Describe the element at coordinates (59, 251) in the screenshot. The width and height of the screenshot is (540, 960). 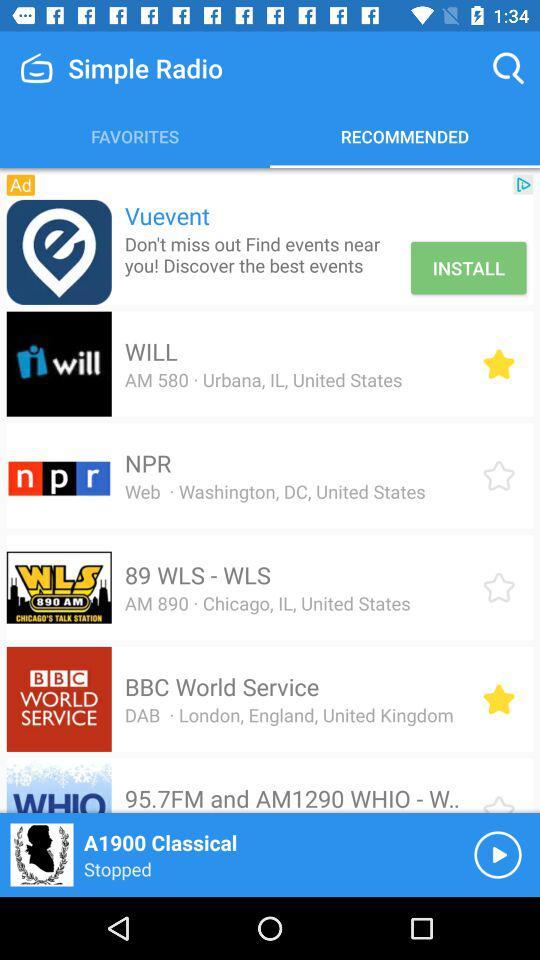
I see `opens a company 's website` at that location.